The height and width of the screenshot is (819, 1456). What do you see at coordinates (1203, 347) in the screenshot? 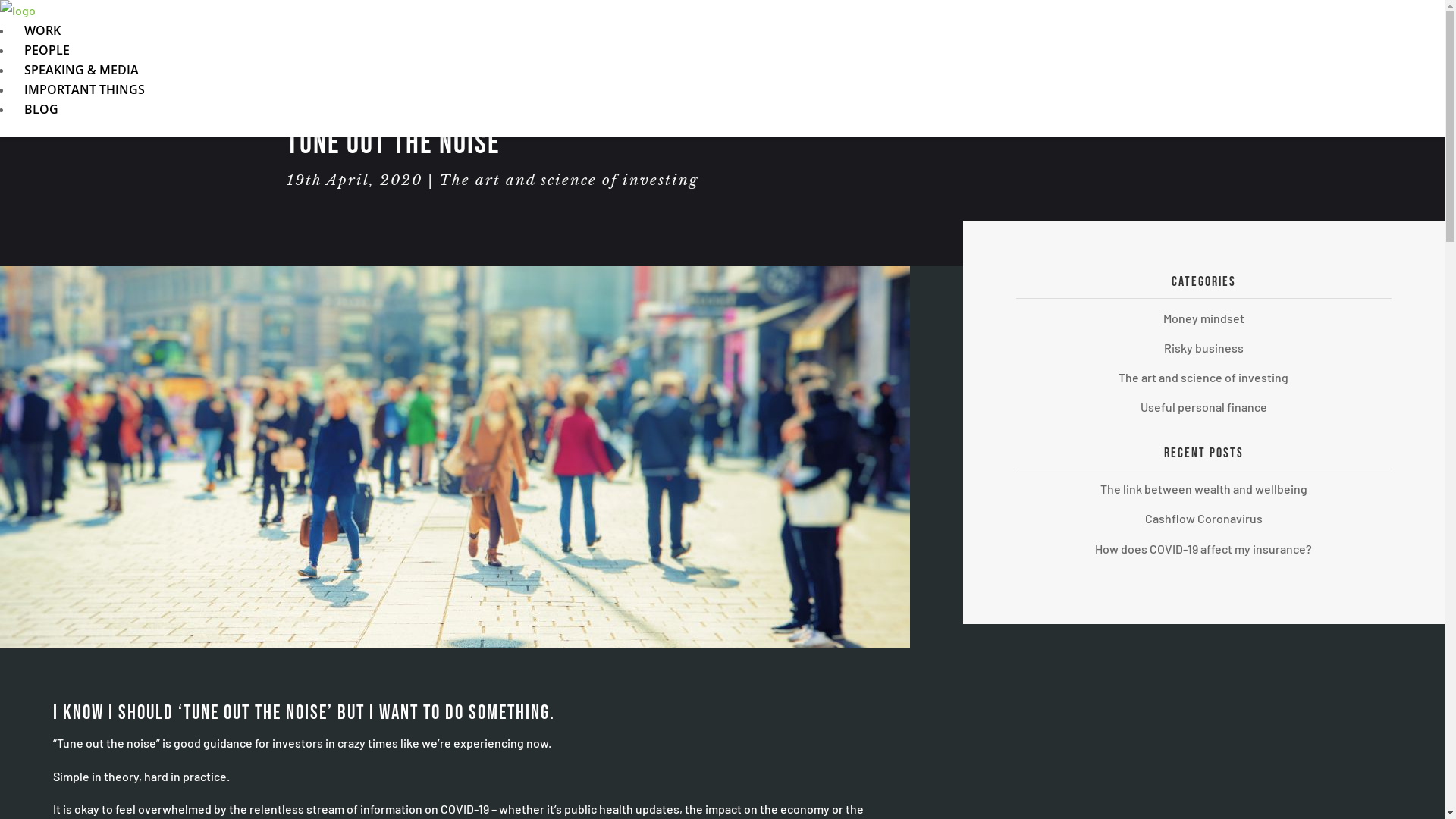
I see `'Risky business'` at bounding box center [1203, 347].